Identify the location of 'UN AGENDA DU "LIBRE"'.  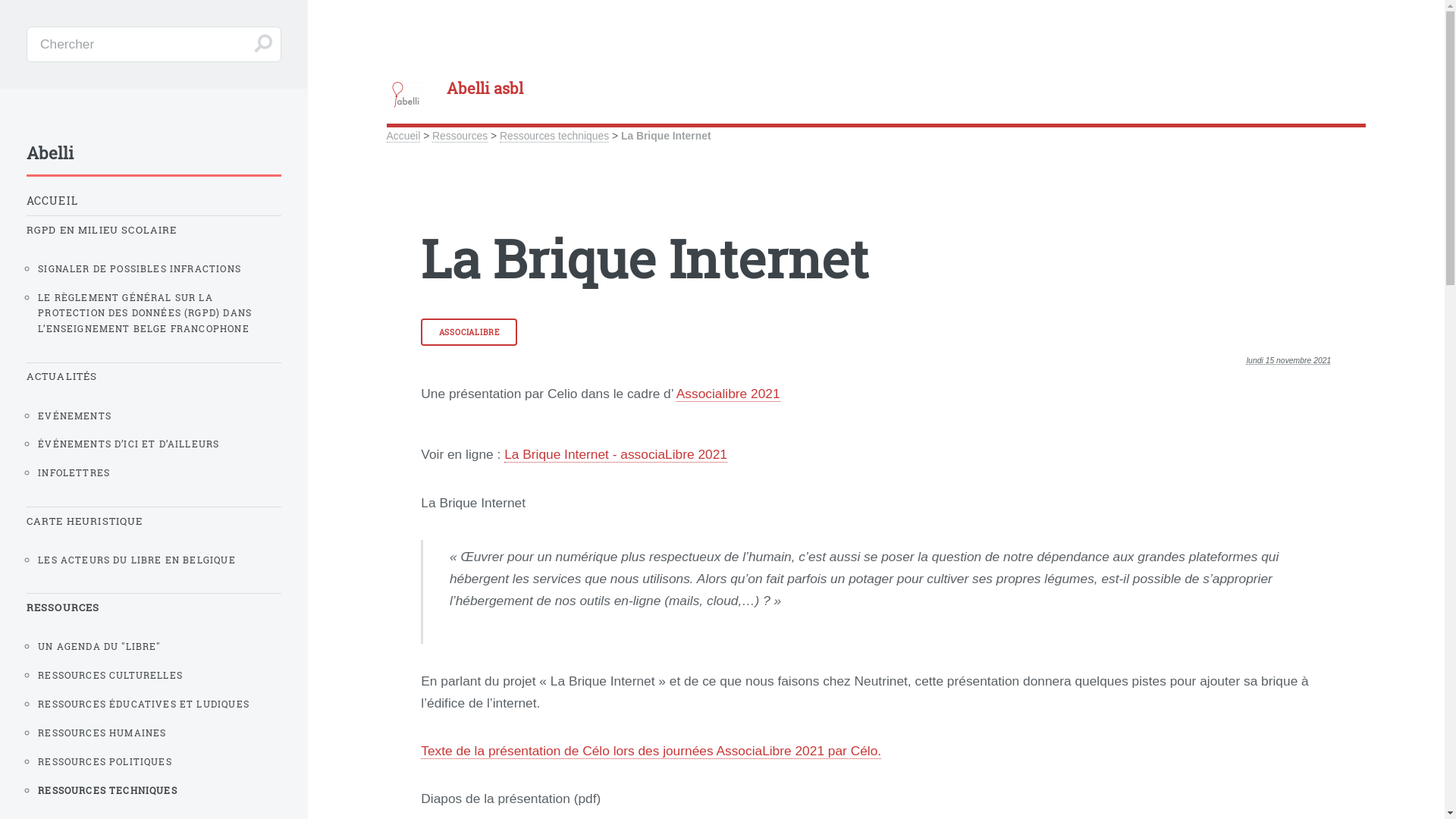
(159, 646).